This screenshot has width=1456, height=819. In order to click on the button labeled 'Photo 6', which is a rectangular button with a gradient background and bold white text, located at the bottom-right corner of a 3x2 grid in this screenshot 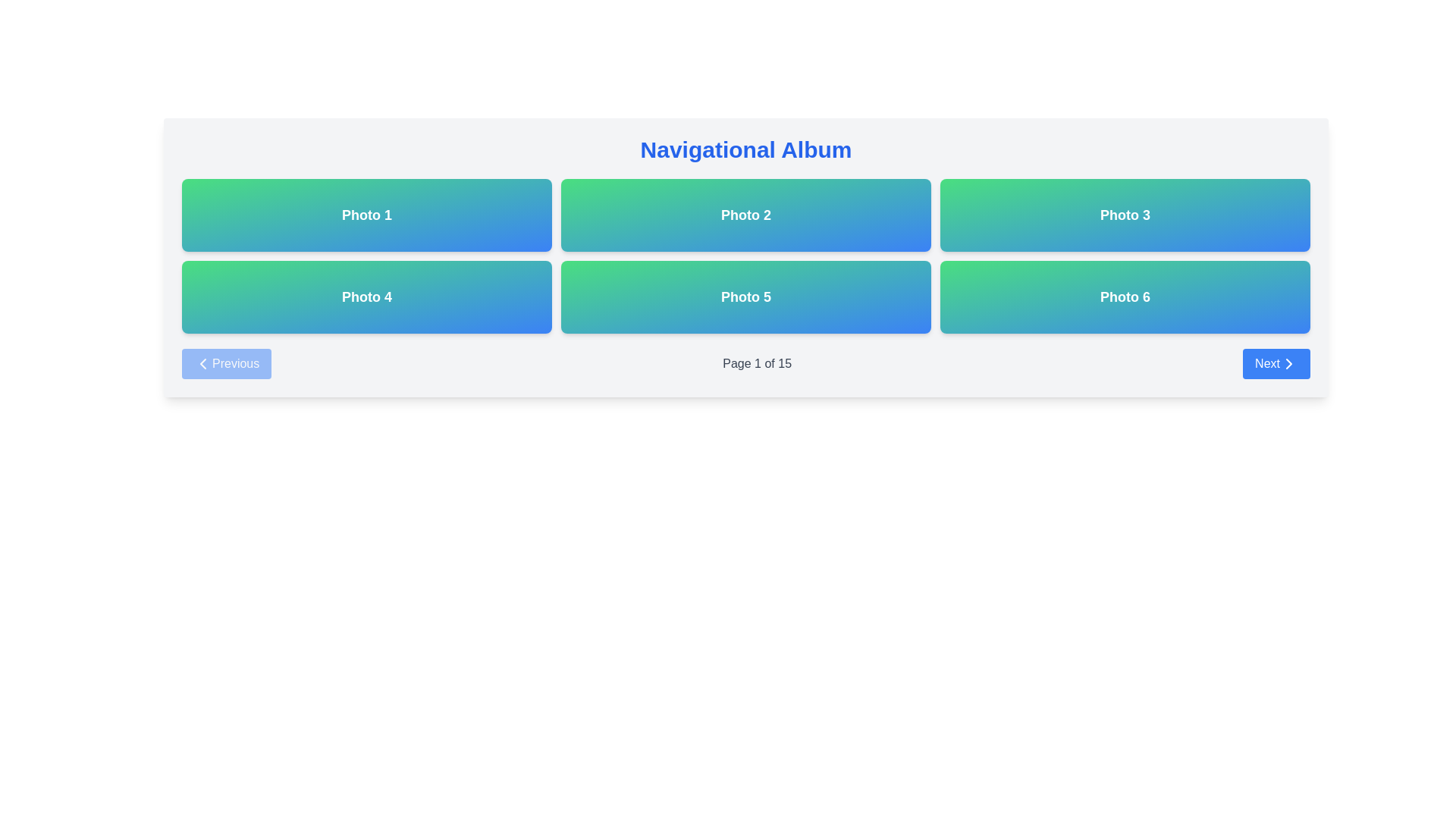, I will do `click(1125, 297)`.